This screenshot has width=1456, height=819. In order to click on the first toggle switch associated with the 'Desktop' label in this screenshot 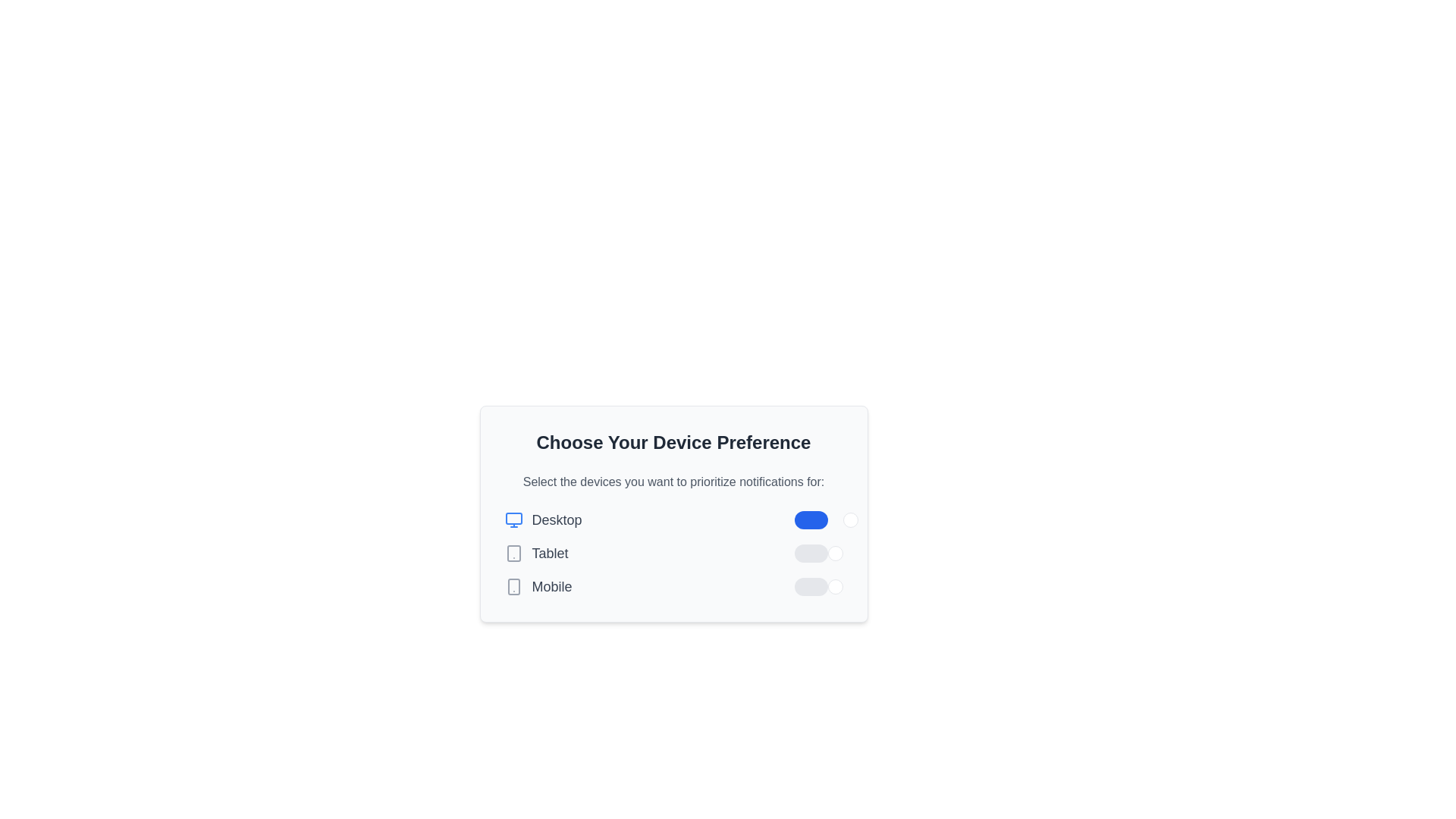, I will do `click(817, 519)`.